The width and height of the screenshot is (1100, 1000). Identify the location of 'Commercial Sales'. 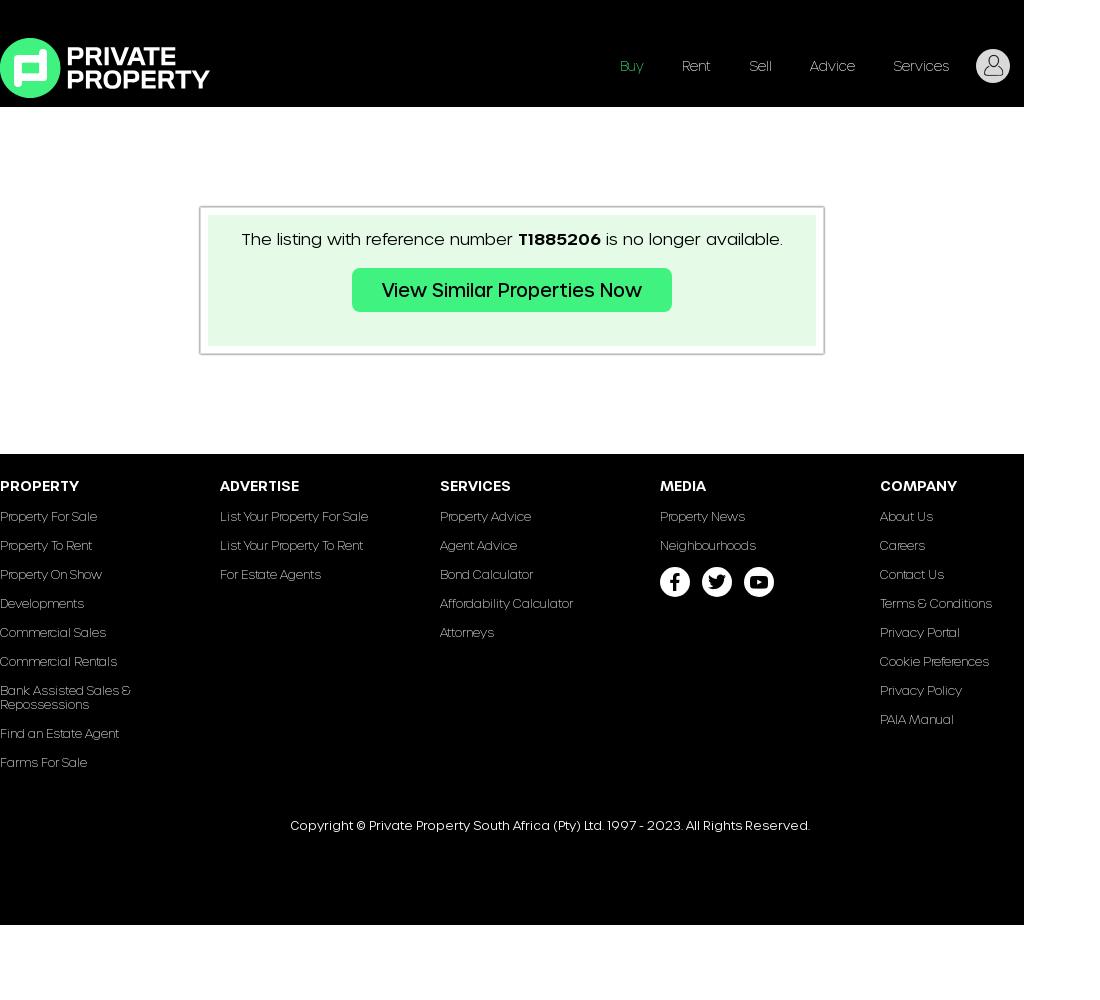
(52, 632).